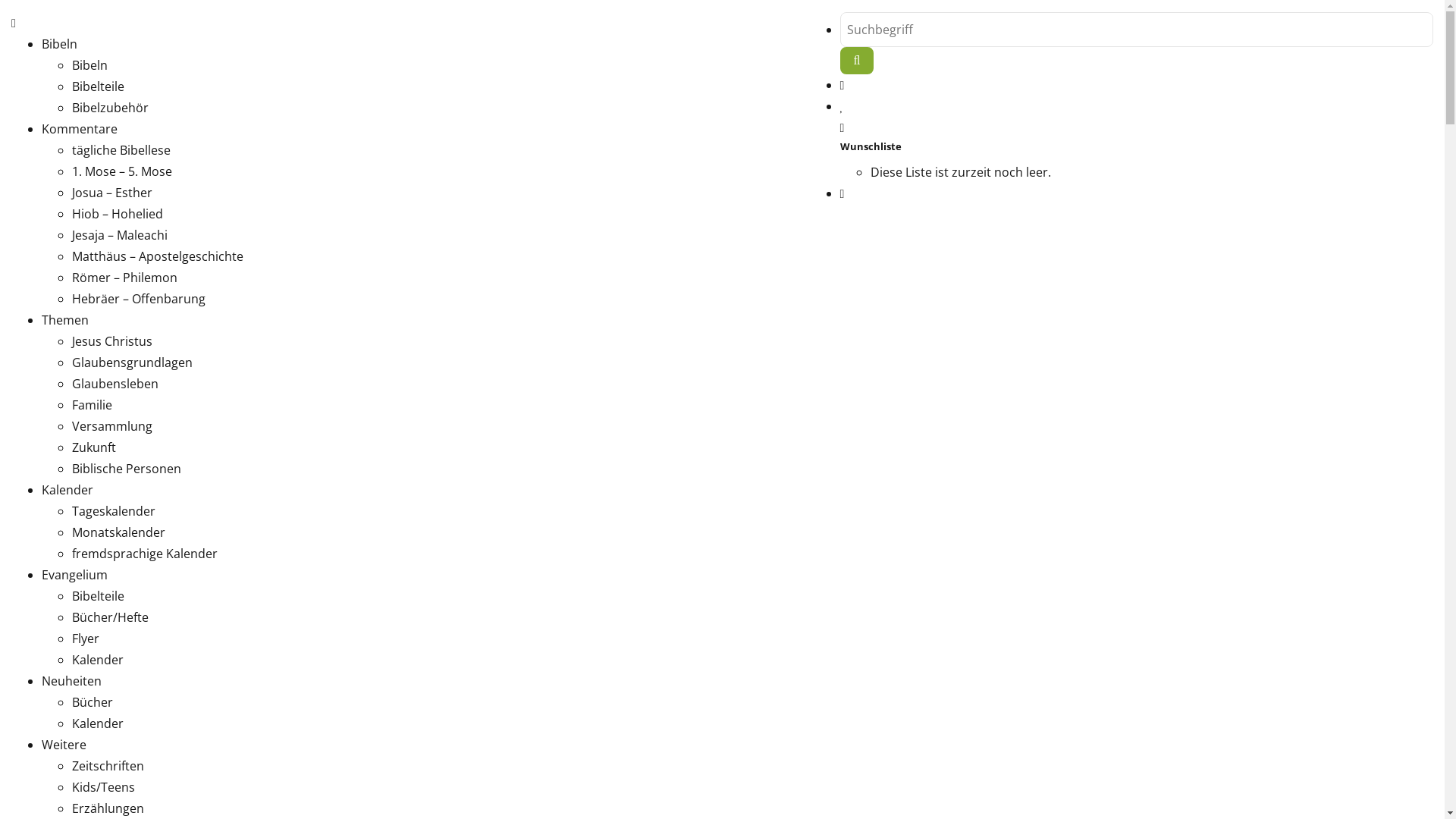  What do you see at coordinates (127, 467) in the screenshot?
I see `'Biblische Personen'` at bounding box center [127, 467].